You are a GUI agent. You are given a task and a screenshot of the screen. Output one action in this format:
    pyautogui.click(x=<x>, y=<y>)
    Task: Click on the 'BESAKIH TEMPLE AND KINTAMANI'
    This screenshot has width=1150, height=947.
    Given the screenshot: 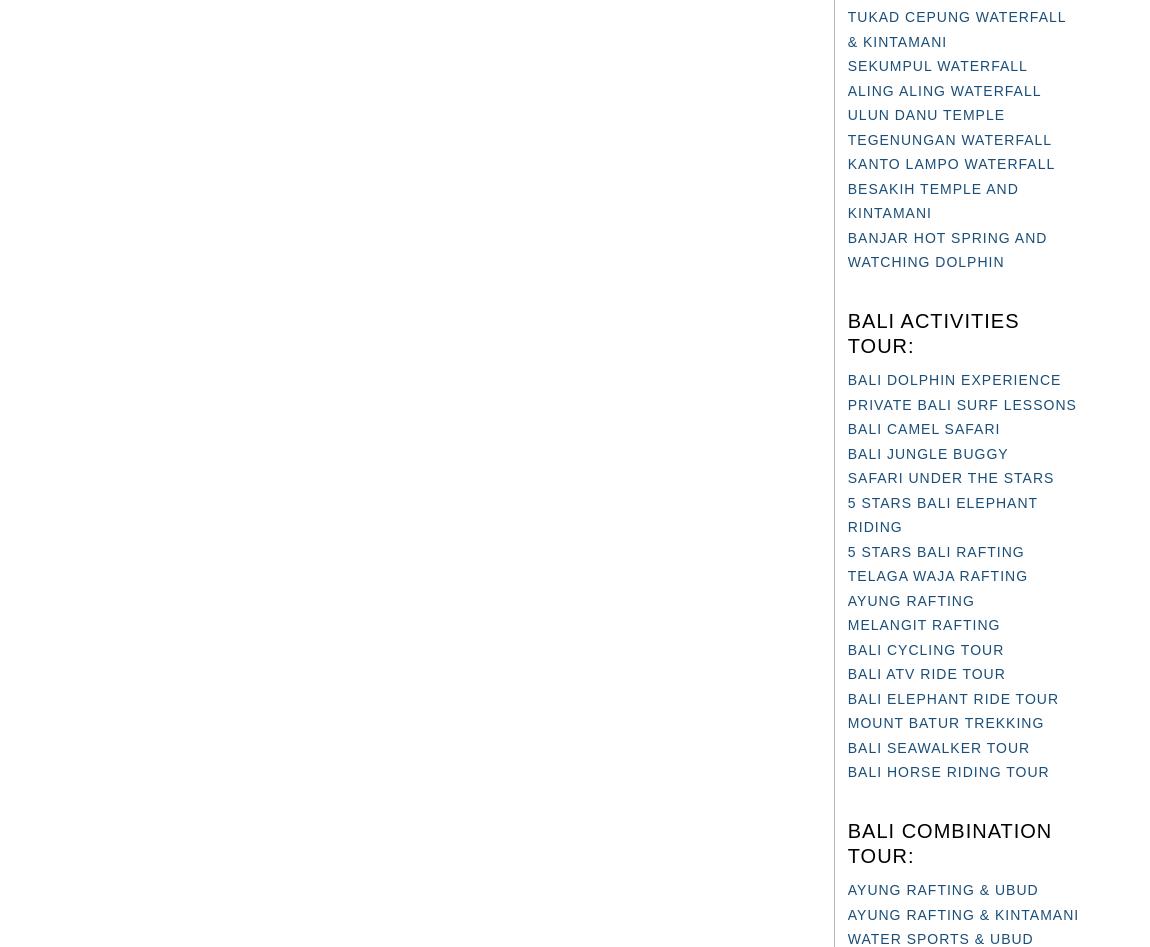 What is the action you would take?
    pyautogui.click(x=845, y=200)
    